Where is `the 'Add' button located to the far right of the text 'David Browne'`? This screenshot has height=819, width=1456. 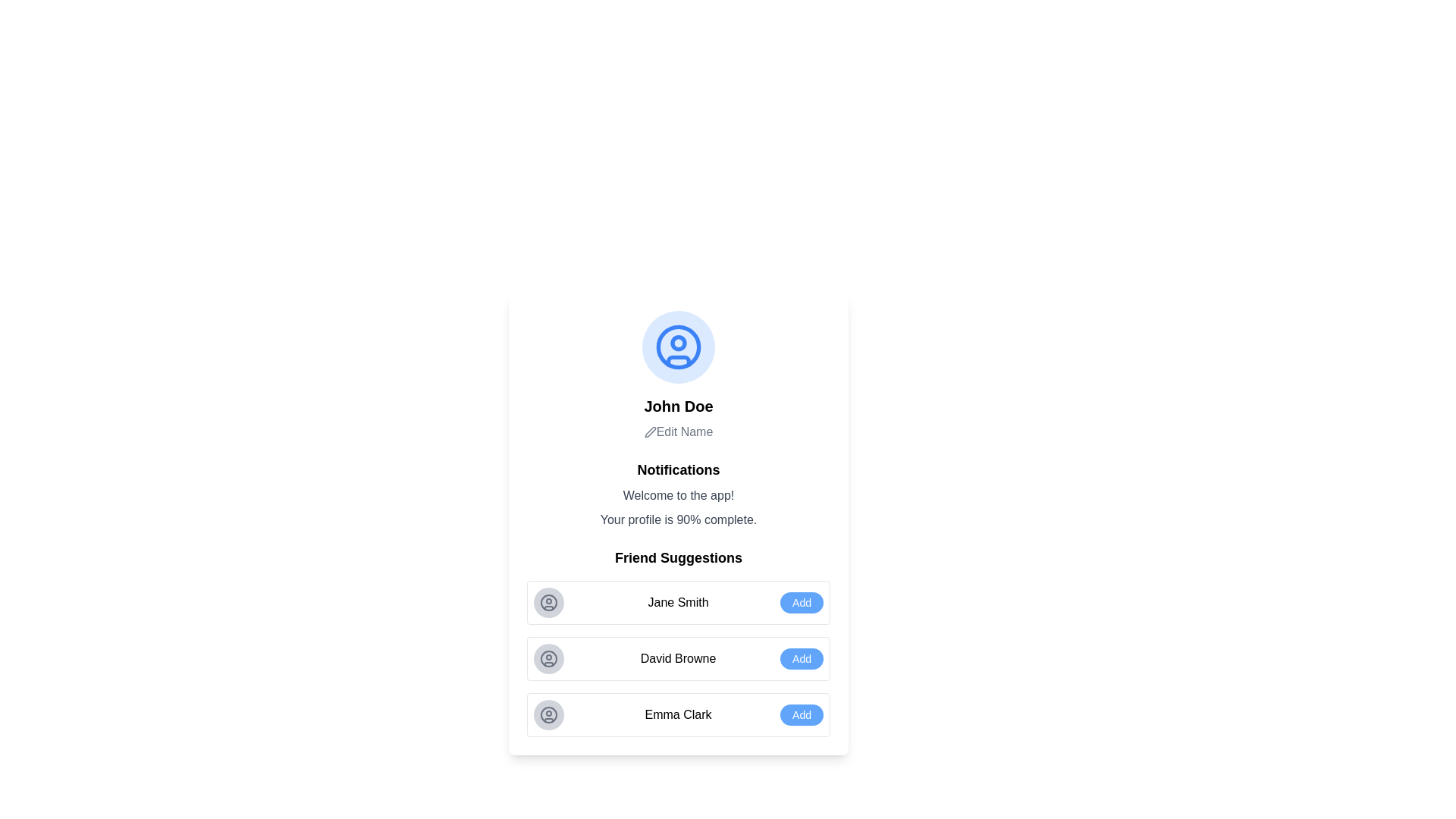 the 'Add' button located to the far right of the text 'David Browne' is located at coordinates (801, 657).